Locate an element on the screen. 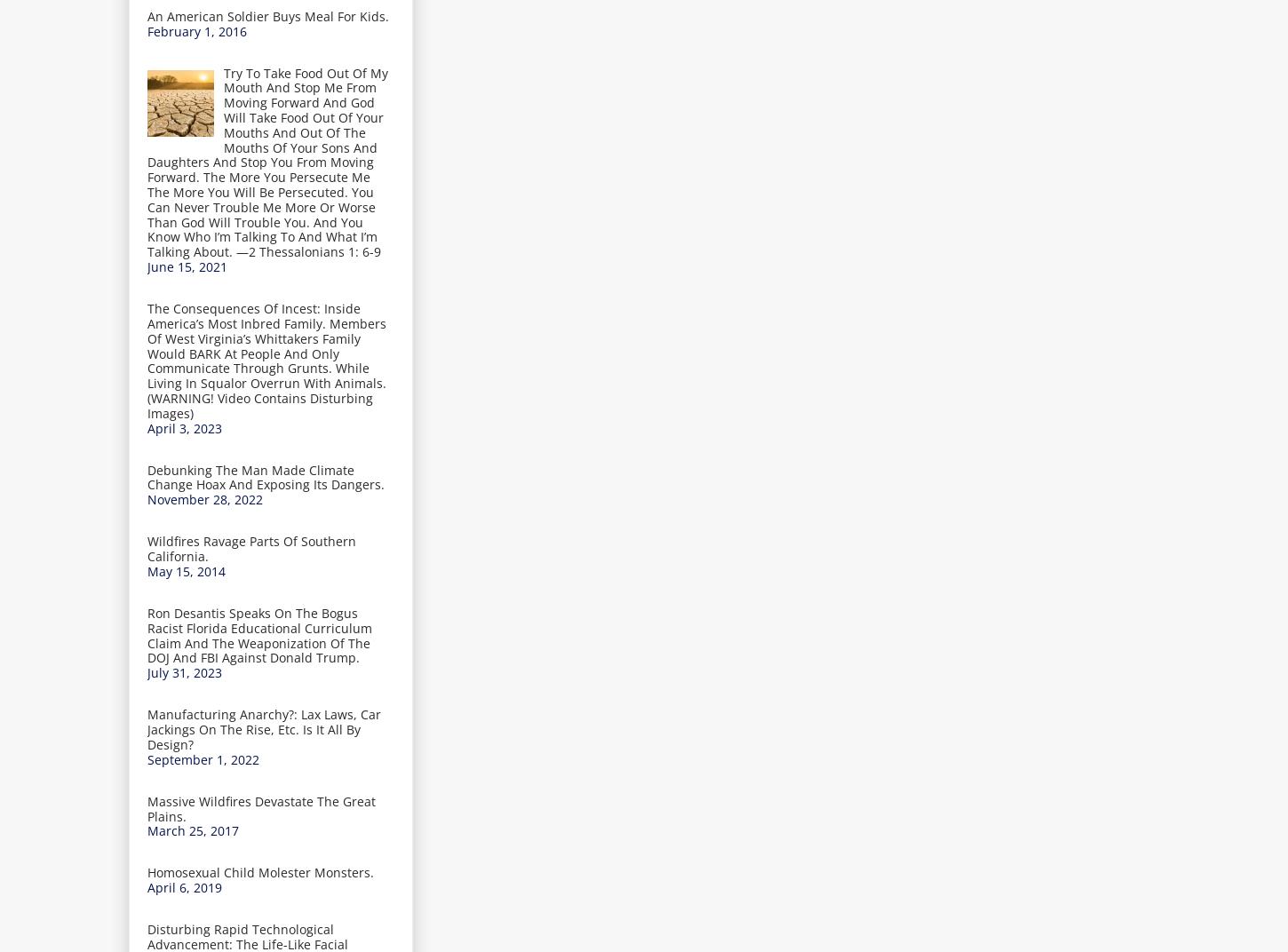  'April 3, 2023' is located at coordinates (183, 427).